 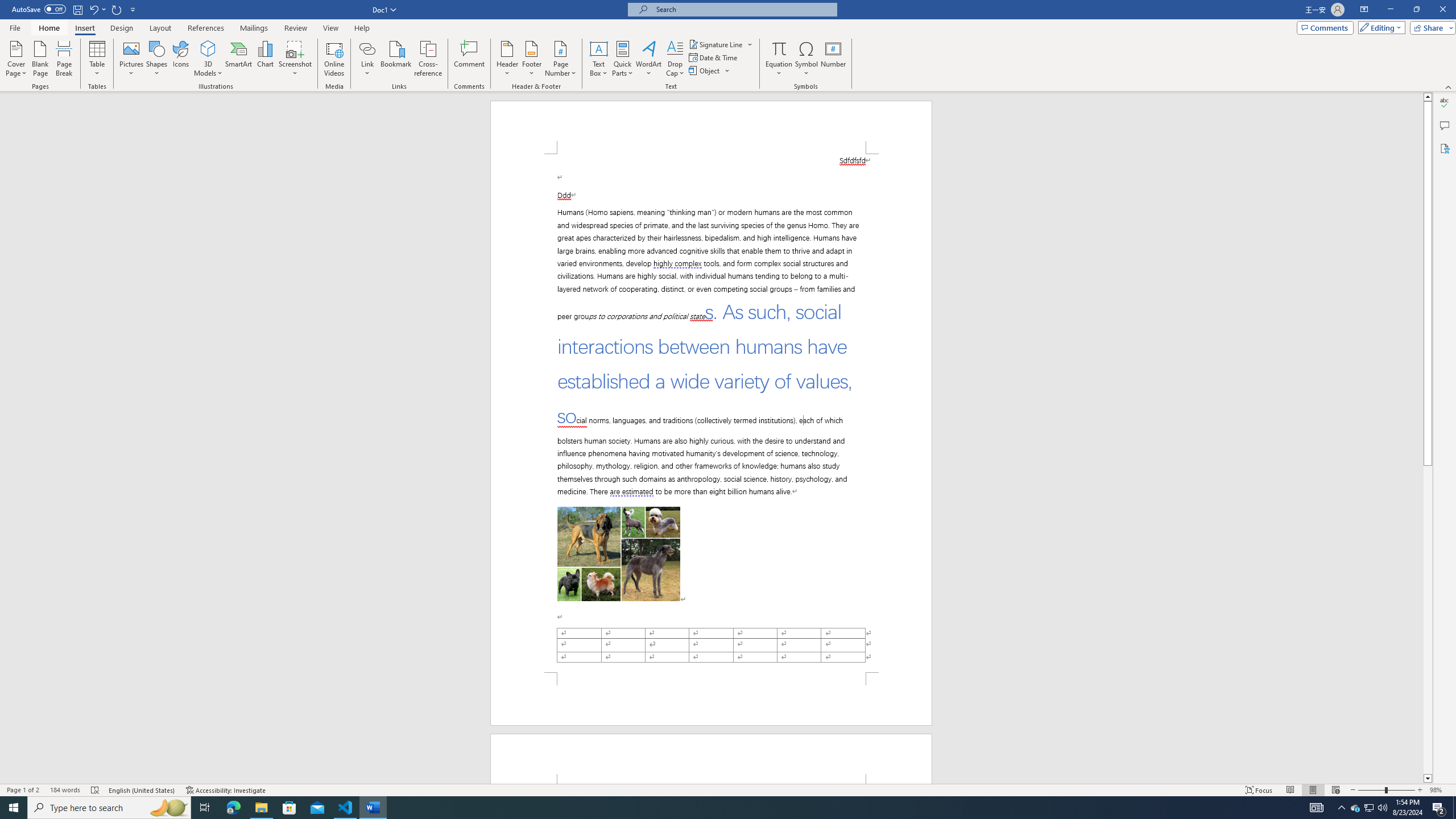 What do you see at coordinates (833, 59) in the screenshot?
I see `'Number...'` at bounding box center [833, 59].